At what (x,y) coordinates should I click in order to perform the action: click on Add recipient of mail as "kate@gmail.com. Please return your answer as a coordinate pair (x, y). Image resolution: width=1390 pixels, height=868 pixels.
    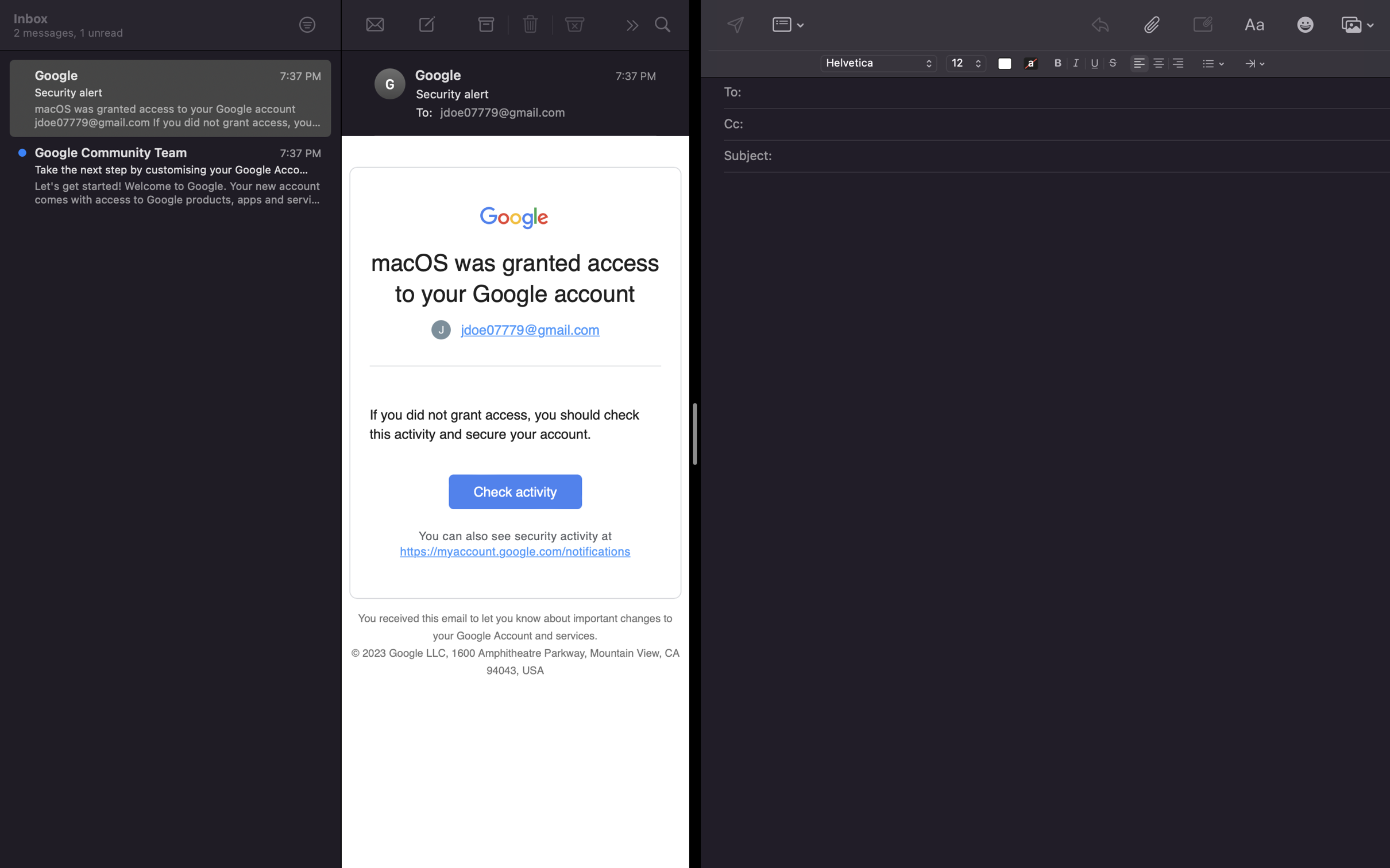
    Looking at the image, I should click on (1065, 93).